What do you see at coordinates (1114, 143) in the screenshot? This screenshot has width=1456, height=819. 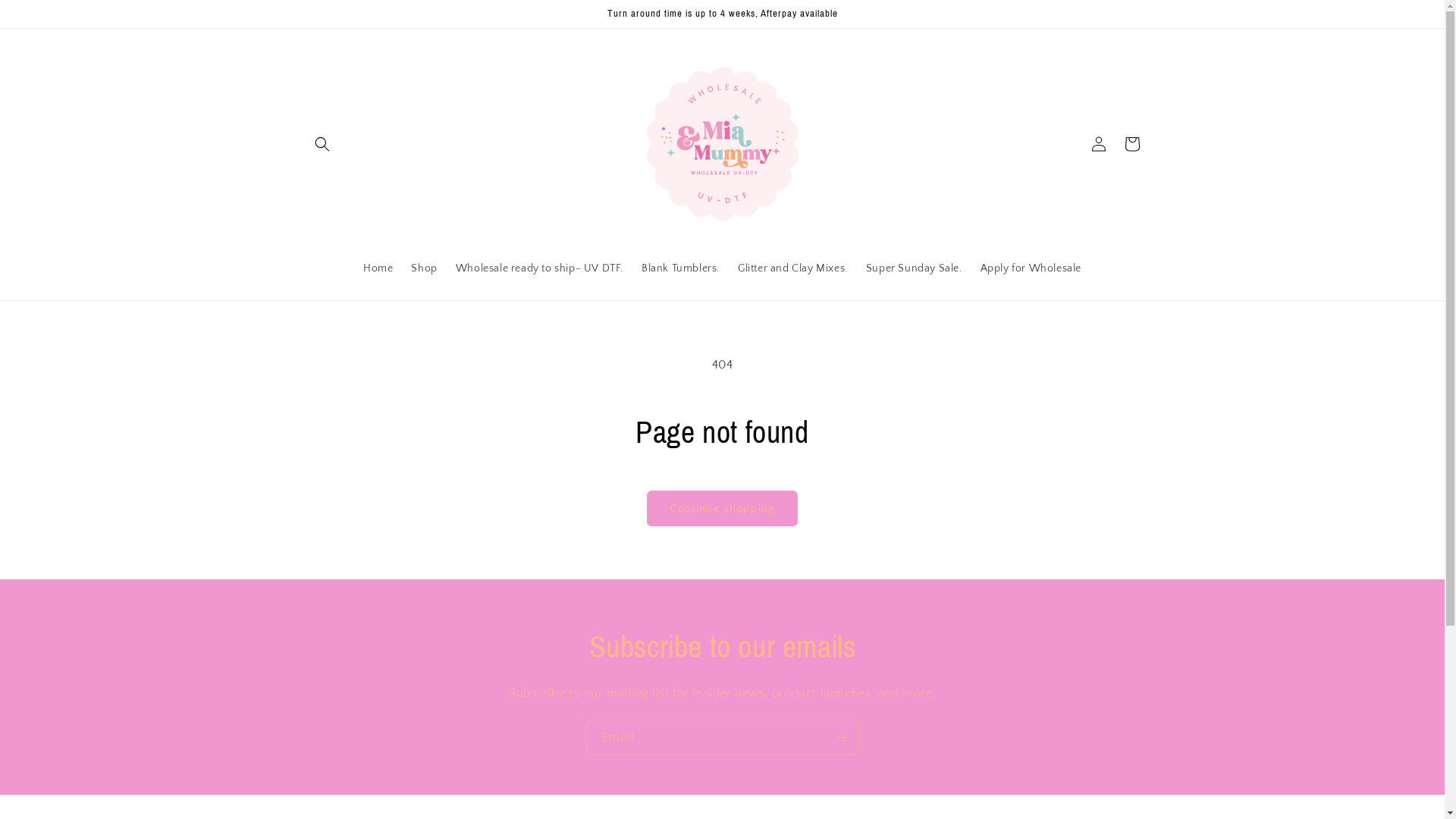 I see `'Cart'` at bounding box center [1114, 143].